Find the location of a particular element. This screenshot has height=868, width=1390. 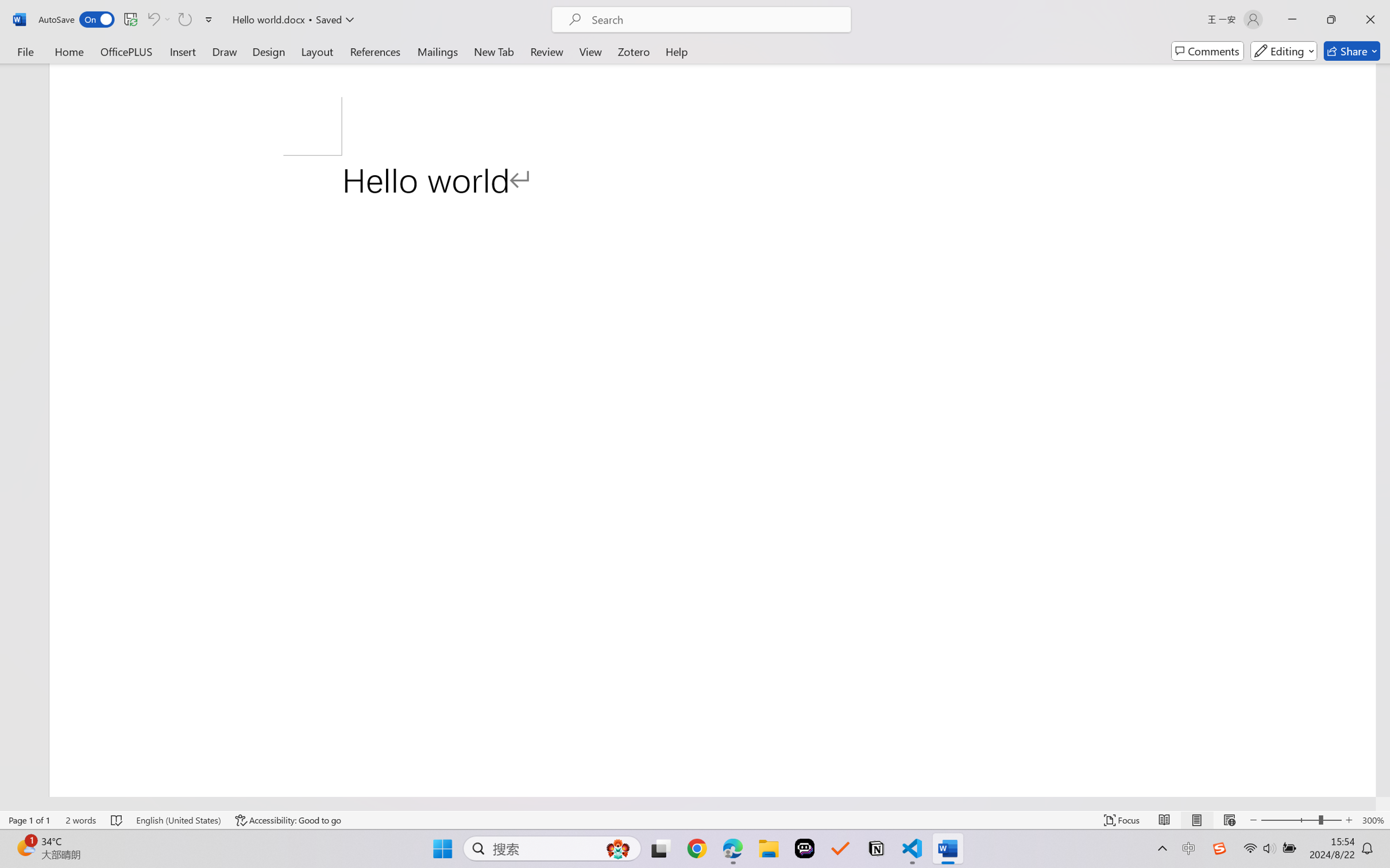

'Home' is located at coordinates (69, 51).